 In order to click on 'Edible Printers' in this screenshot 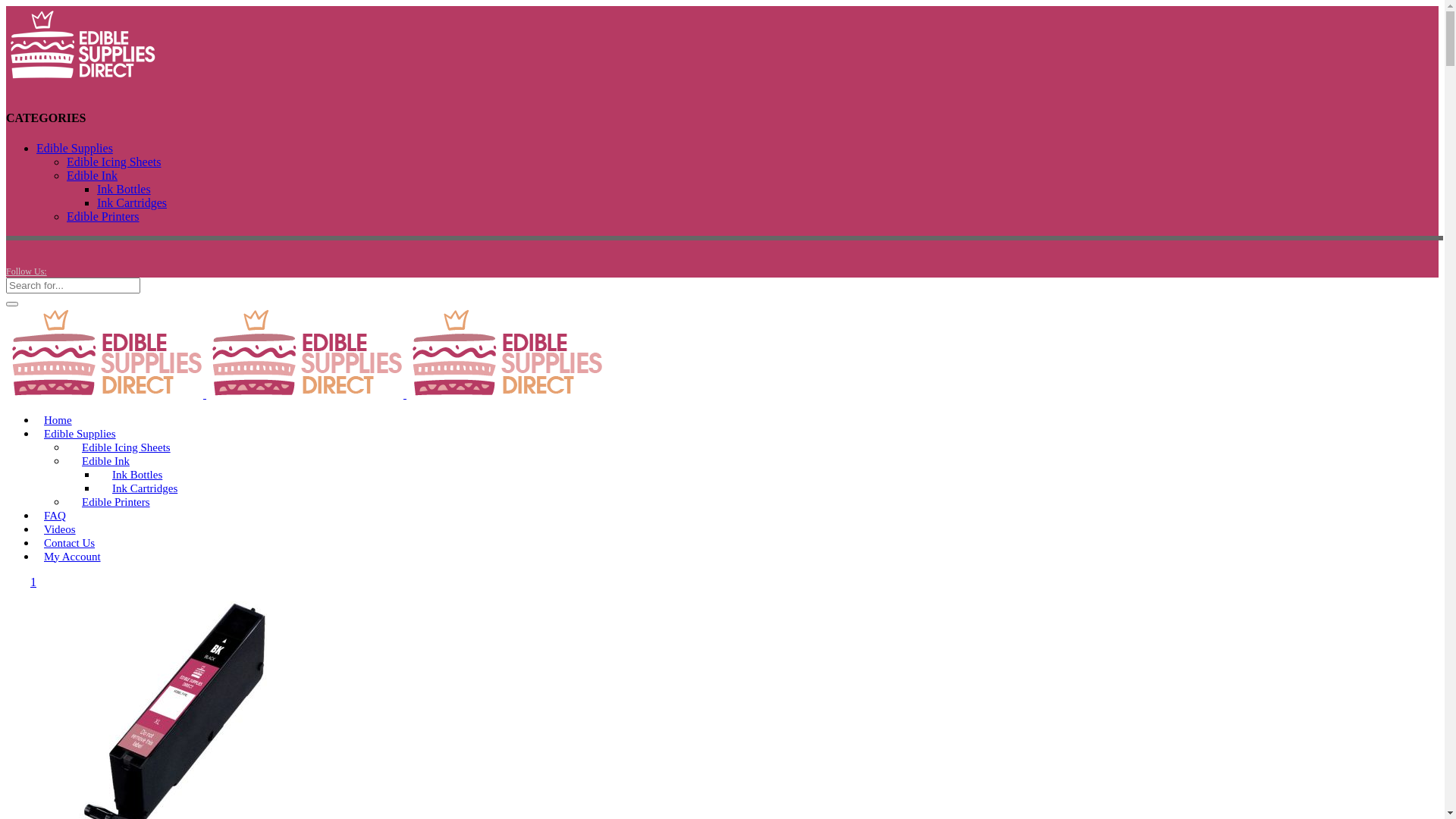, I will do `click(115, 502)`.